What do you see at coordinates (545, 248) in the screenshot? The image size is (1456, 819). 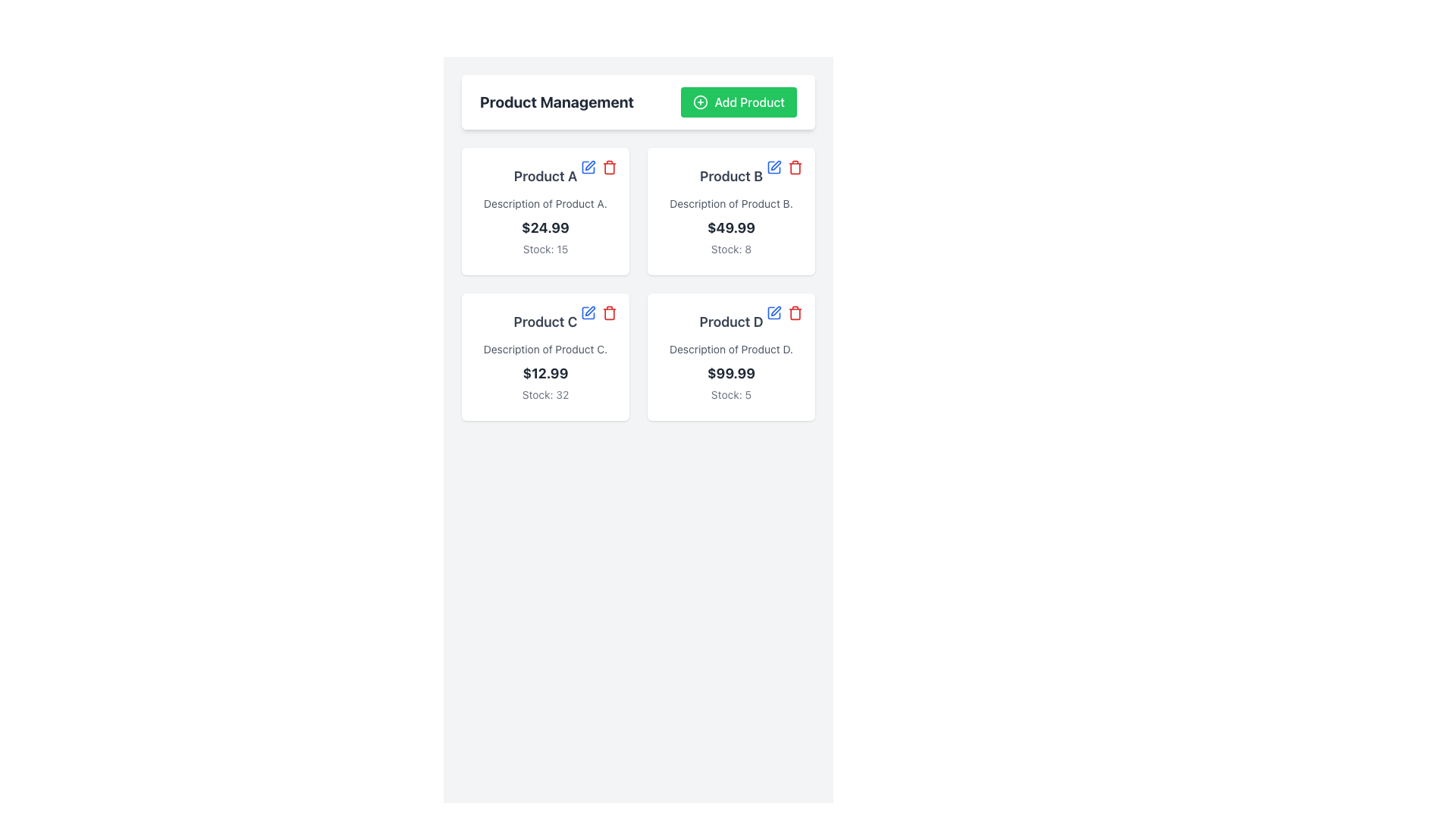 I see `the static text label displaying the stock quantity (15) of 'Product A', which is located just below the price detail ($24.99) in the top-left quadrant of the layout` at bounding box center [545, 248].